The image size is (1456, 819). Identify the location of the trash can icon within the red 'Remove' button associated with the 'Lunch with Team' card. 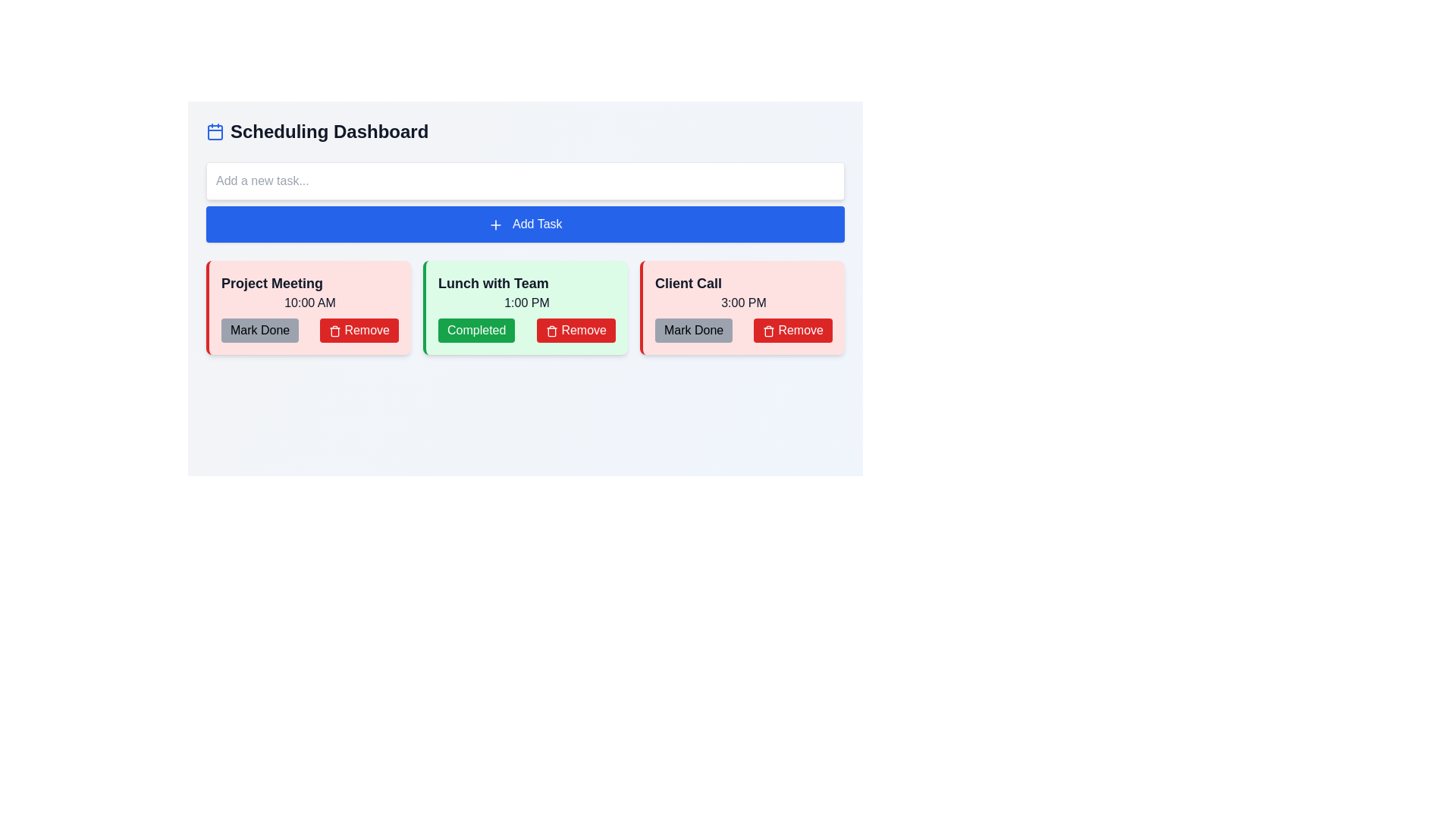
(768, 330).